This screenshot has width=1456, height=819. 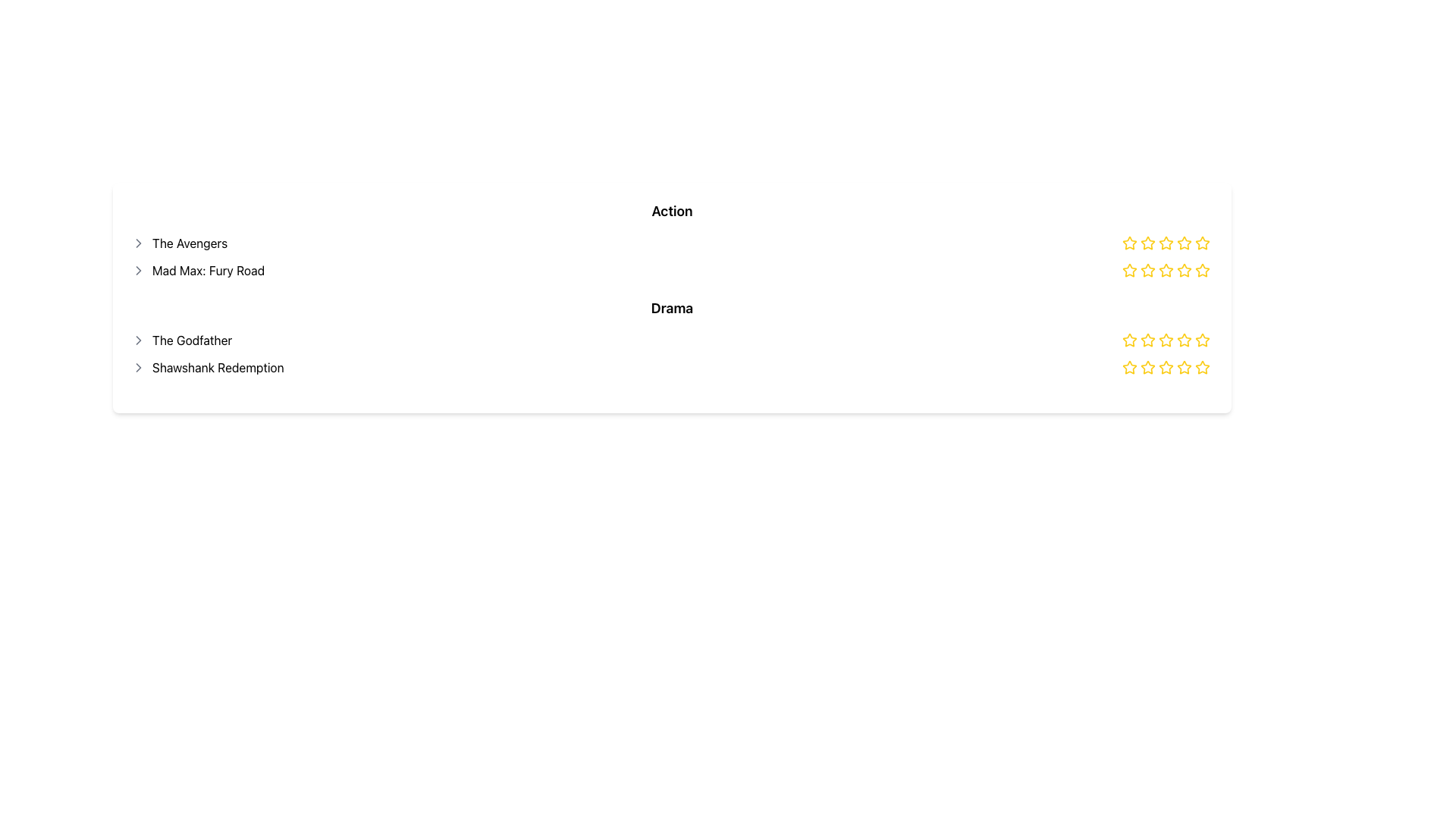 What do you see at coordinates (1165, 242) in the screenshot?
I see `the second star icon from the left in the second rating line, which has a yellow border and a central white fill` at bounding box center [1165, 242].